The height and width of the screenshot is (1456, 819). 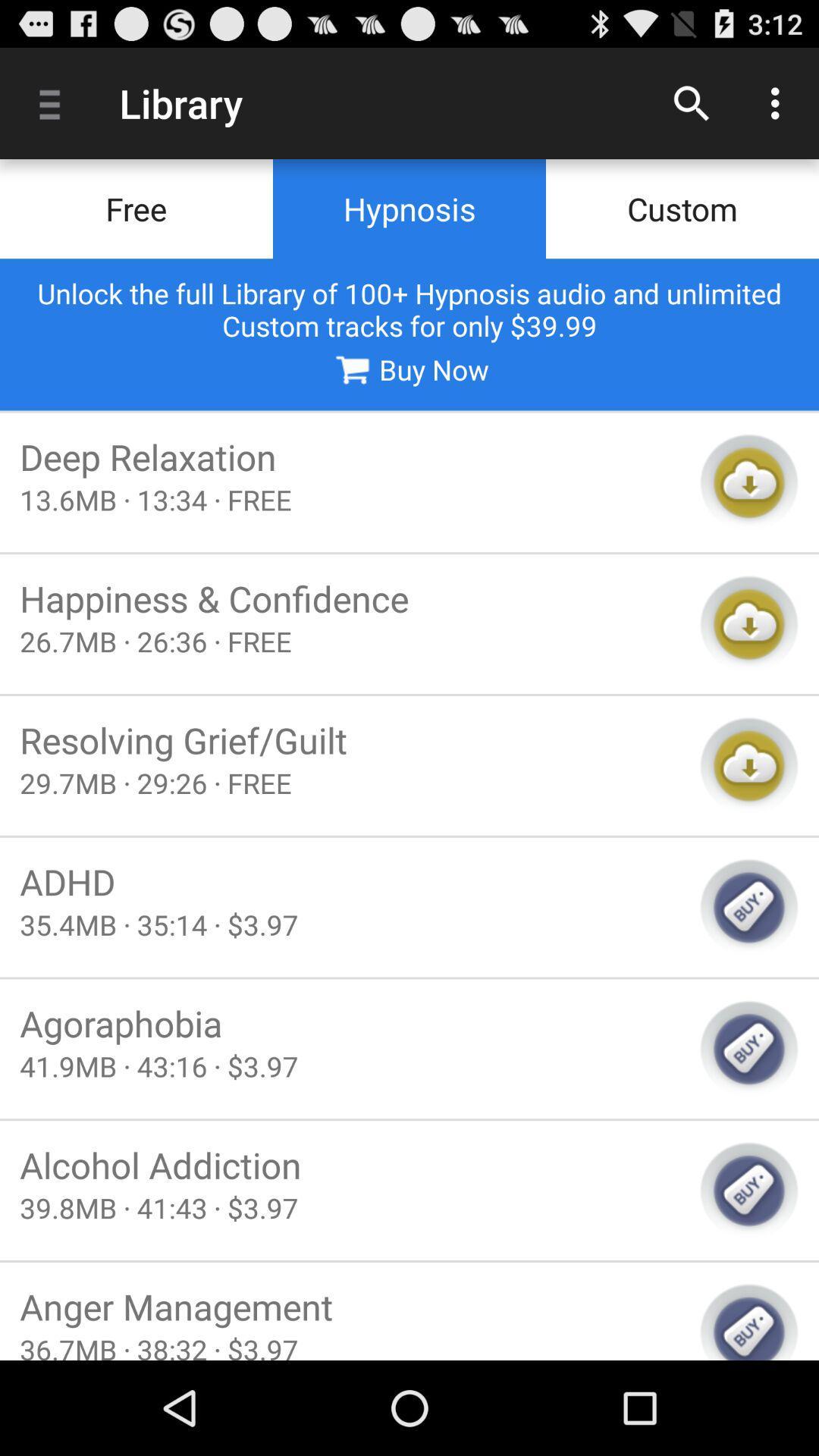 What do you see at coordinates (748, 907) in the screenshot?
I see `puuchase adhd book` at bounding box center [748, 907].